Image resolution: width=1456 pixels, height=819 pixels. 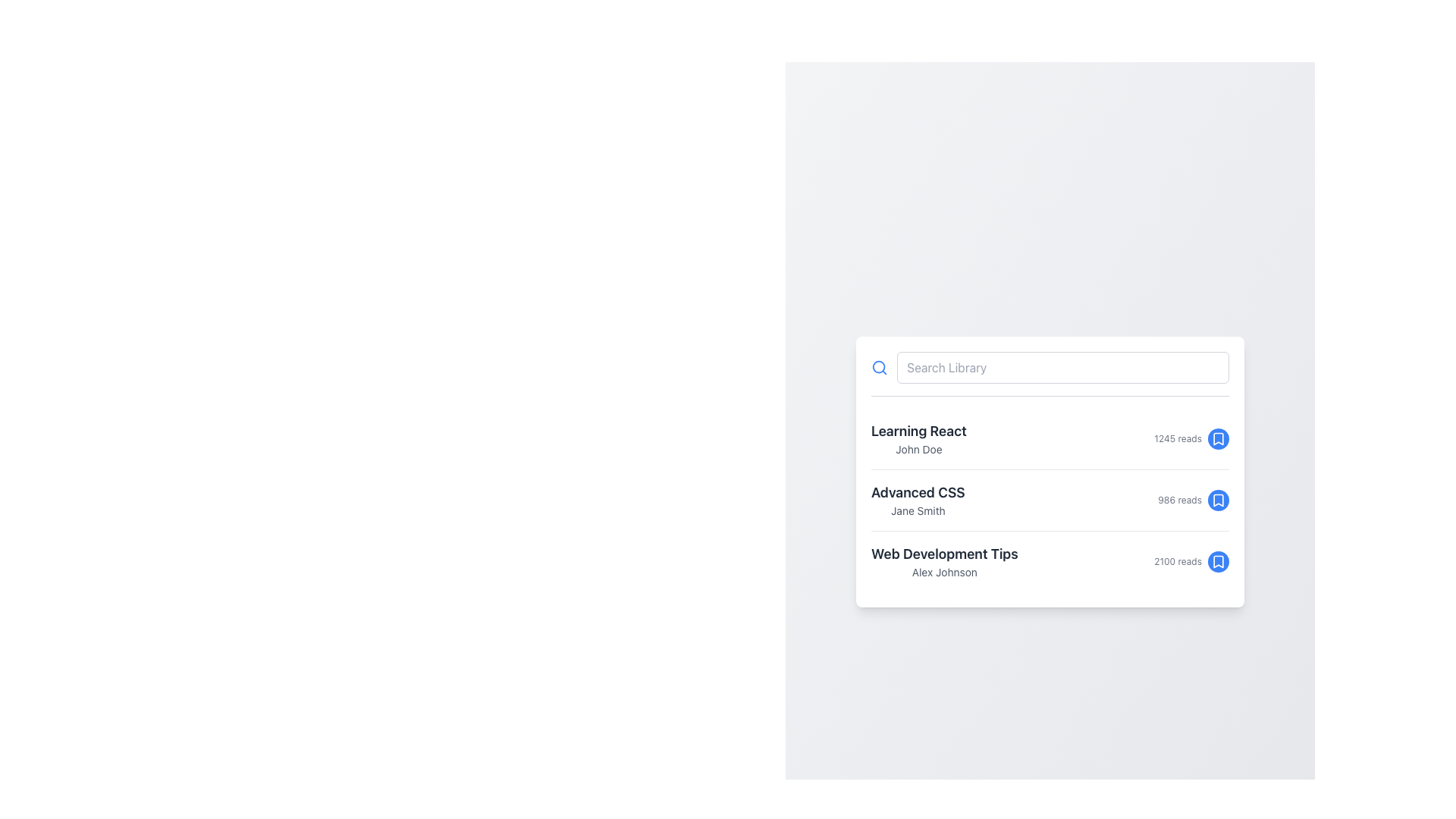 I want to click on value displayed in the read counter text located at the far-right side of the third item in the list, adjacent to the bookmark icon button, so click(x=1177, y=561).